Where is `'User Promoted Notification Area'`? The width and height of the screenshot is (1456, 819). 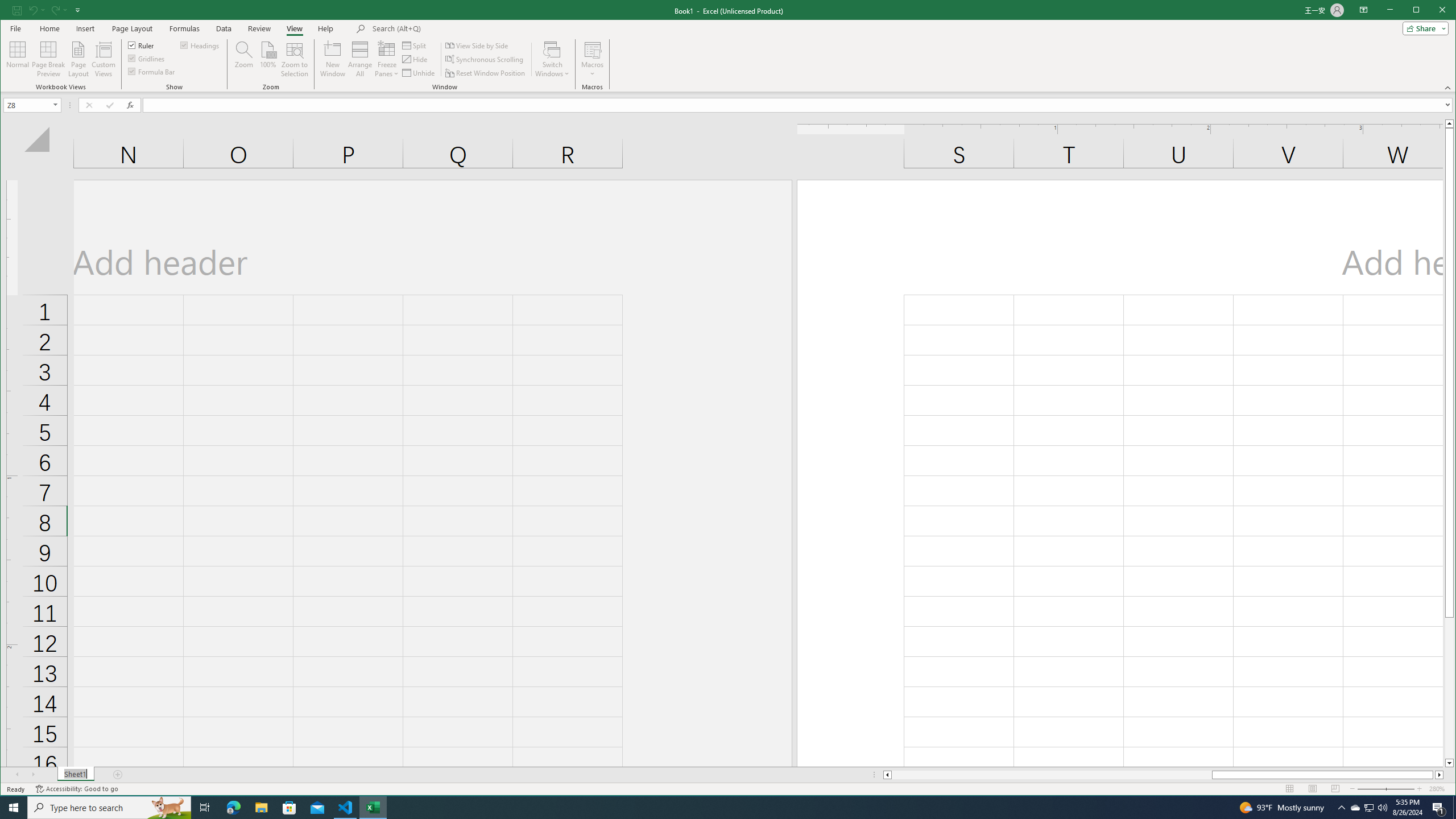
'User Promoted Notification Area' is located at coordinates (1368, 806).